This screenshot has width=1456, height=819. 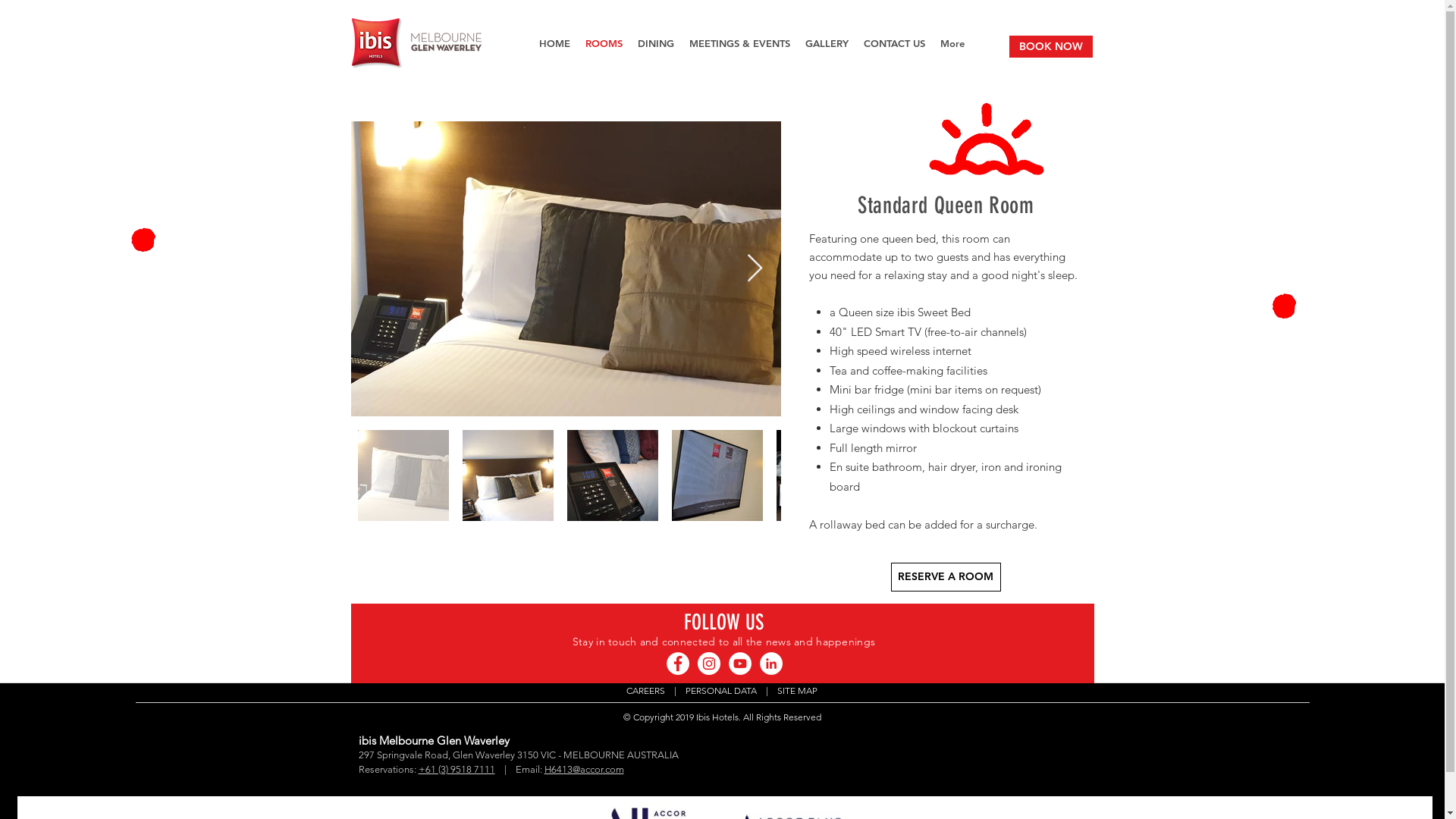 What do you see at coordinates (826, 46) in the screenshot?
I see `'GALLERY'` at bounding box center [826, 46].